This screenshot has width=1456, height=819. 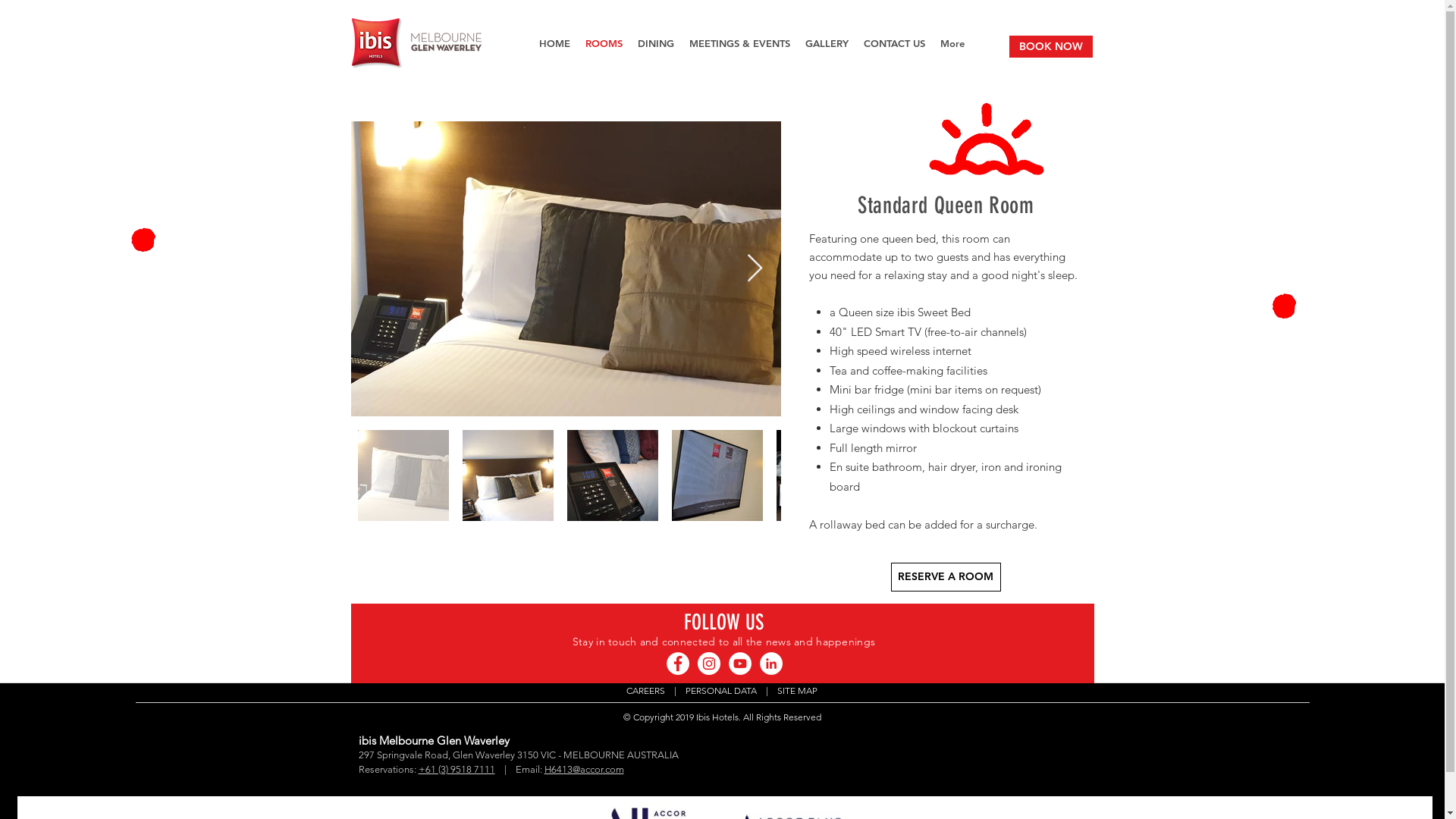 What do you see at coordinates (826, 46) in the screenshot?
I see `'GALLERY'` at bounding box center [826, 46].